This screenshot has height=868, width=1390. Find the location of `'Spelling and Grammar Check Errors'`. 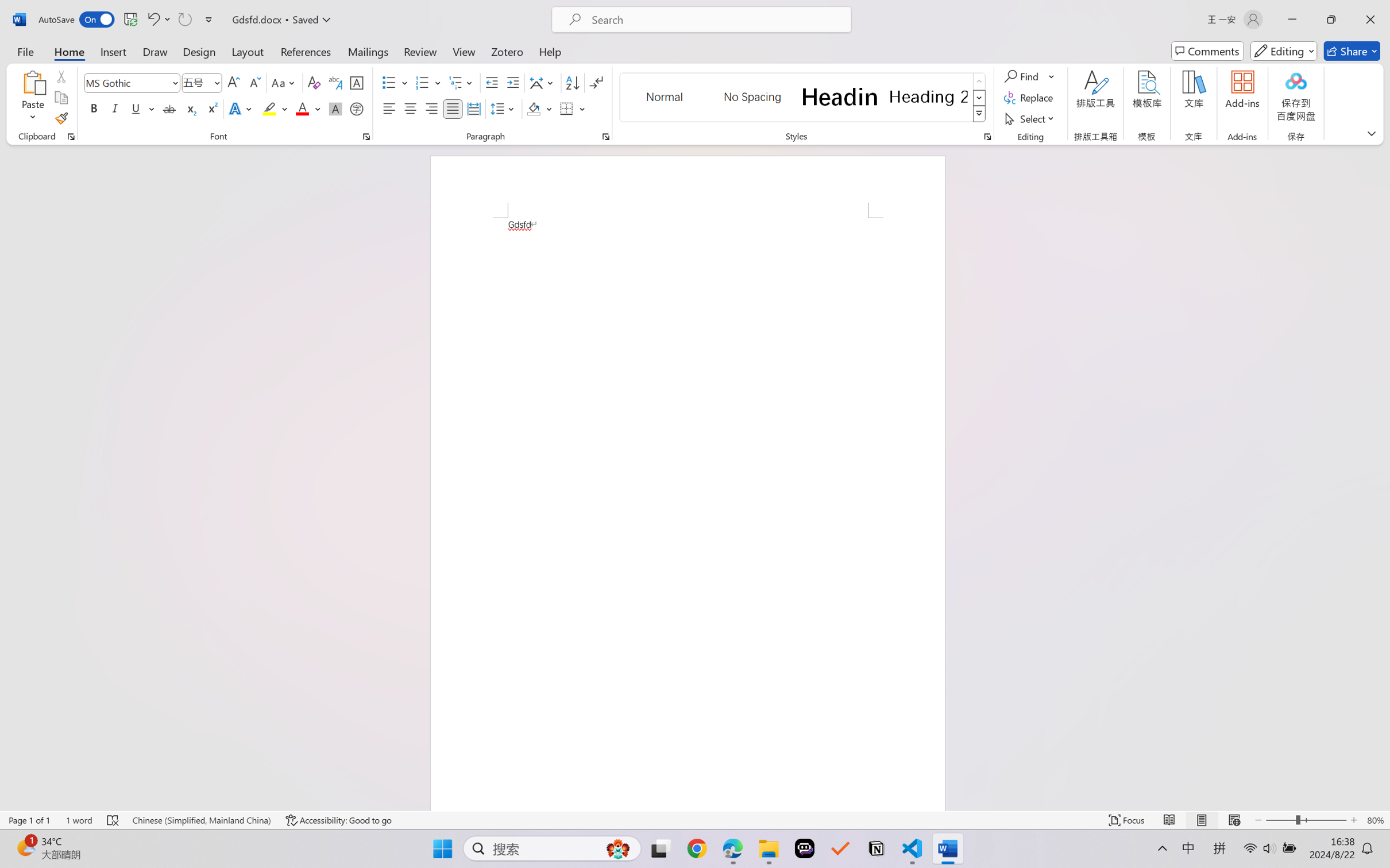

'Spelling and Grammar Check Errors' is located at coordinates (113, 820).